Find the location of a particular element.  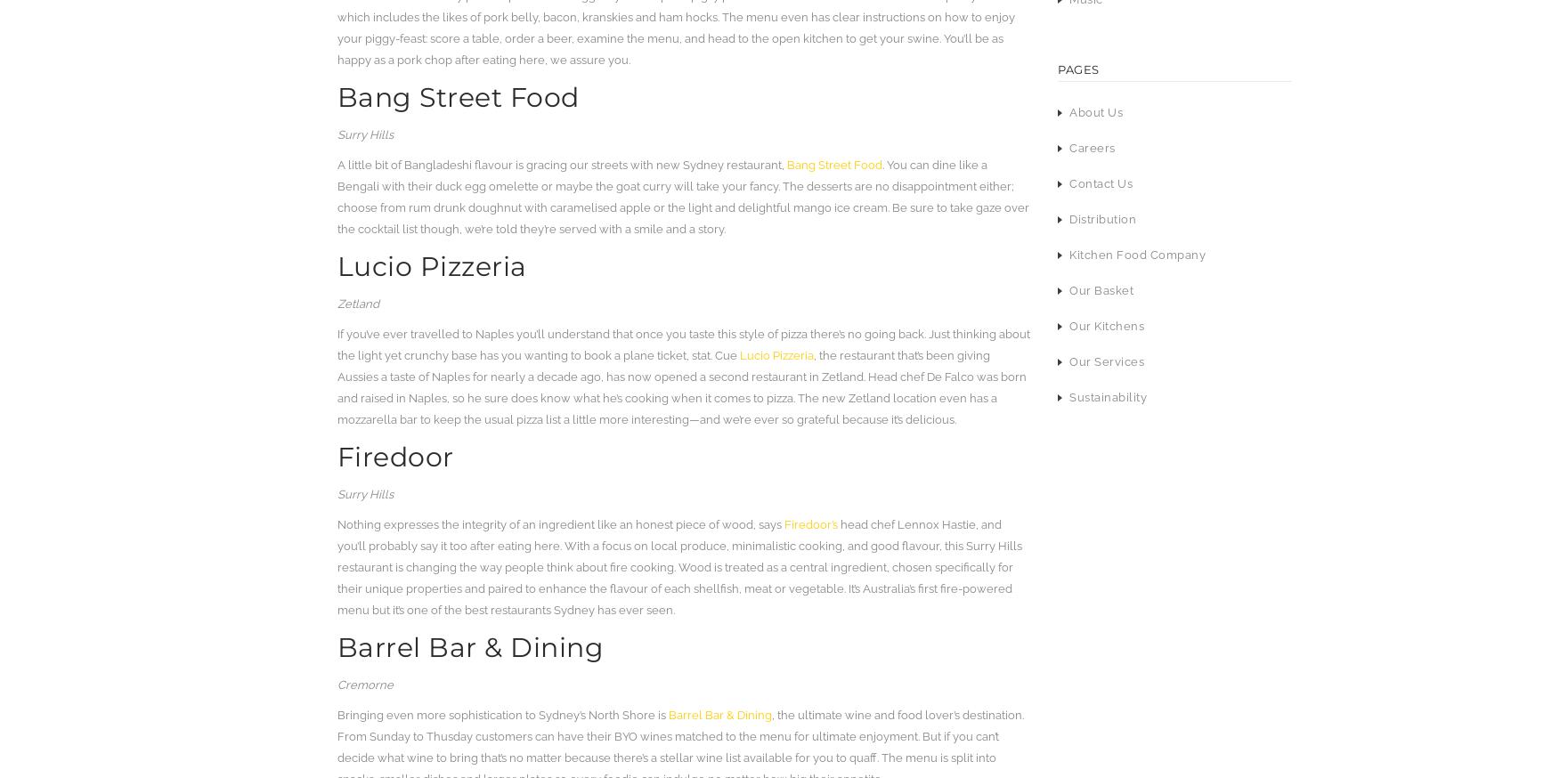

'Pages' is located at coordinates (1078, 69).